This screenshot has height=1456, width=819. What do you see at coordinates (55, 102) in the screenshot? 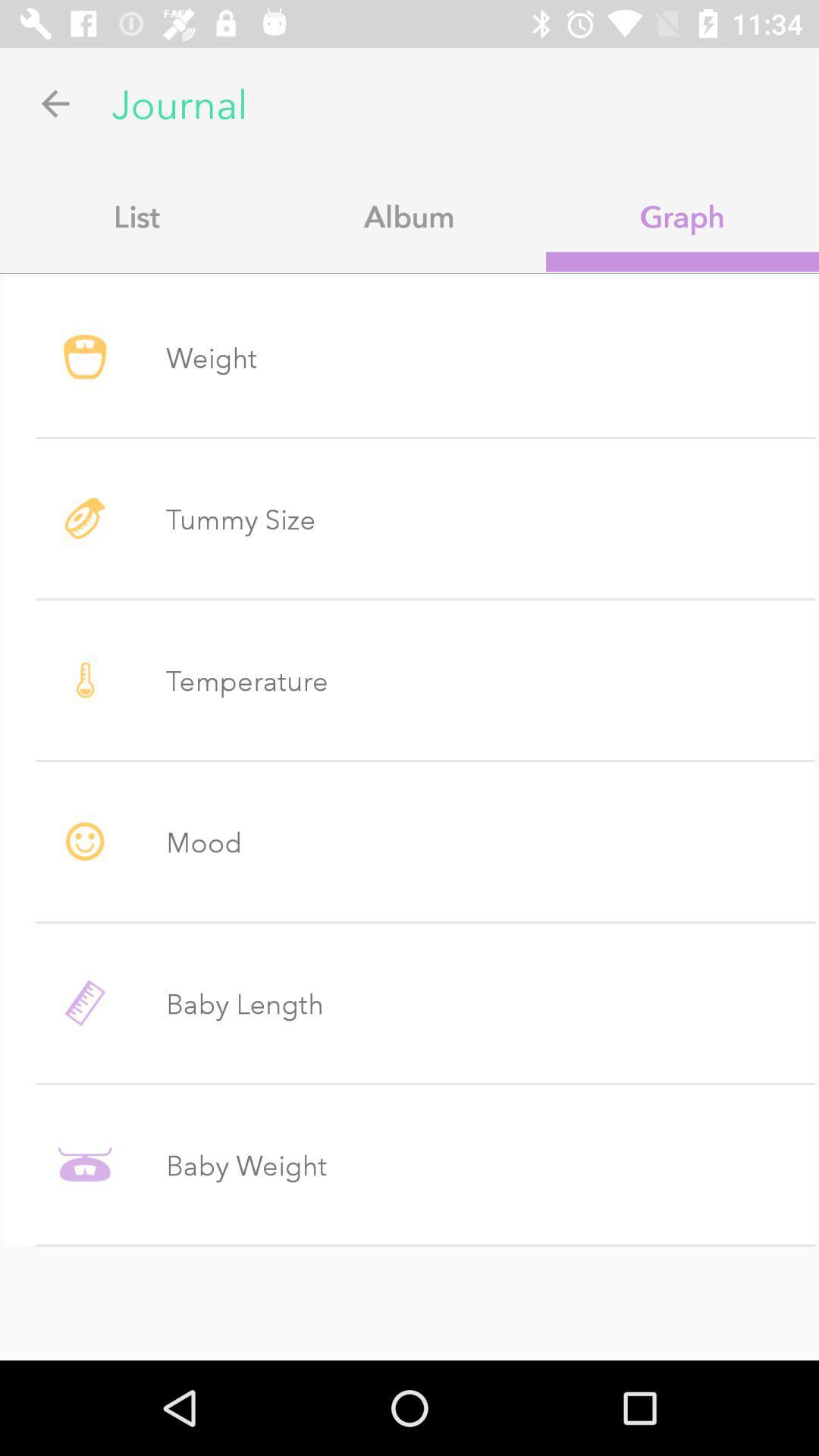
I see `go back` at bounding box center [55, 102].